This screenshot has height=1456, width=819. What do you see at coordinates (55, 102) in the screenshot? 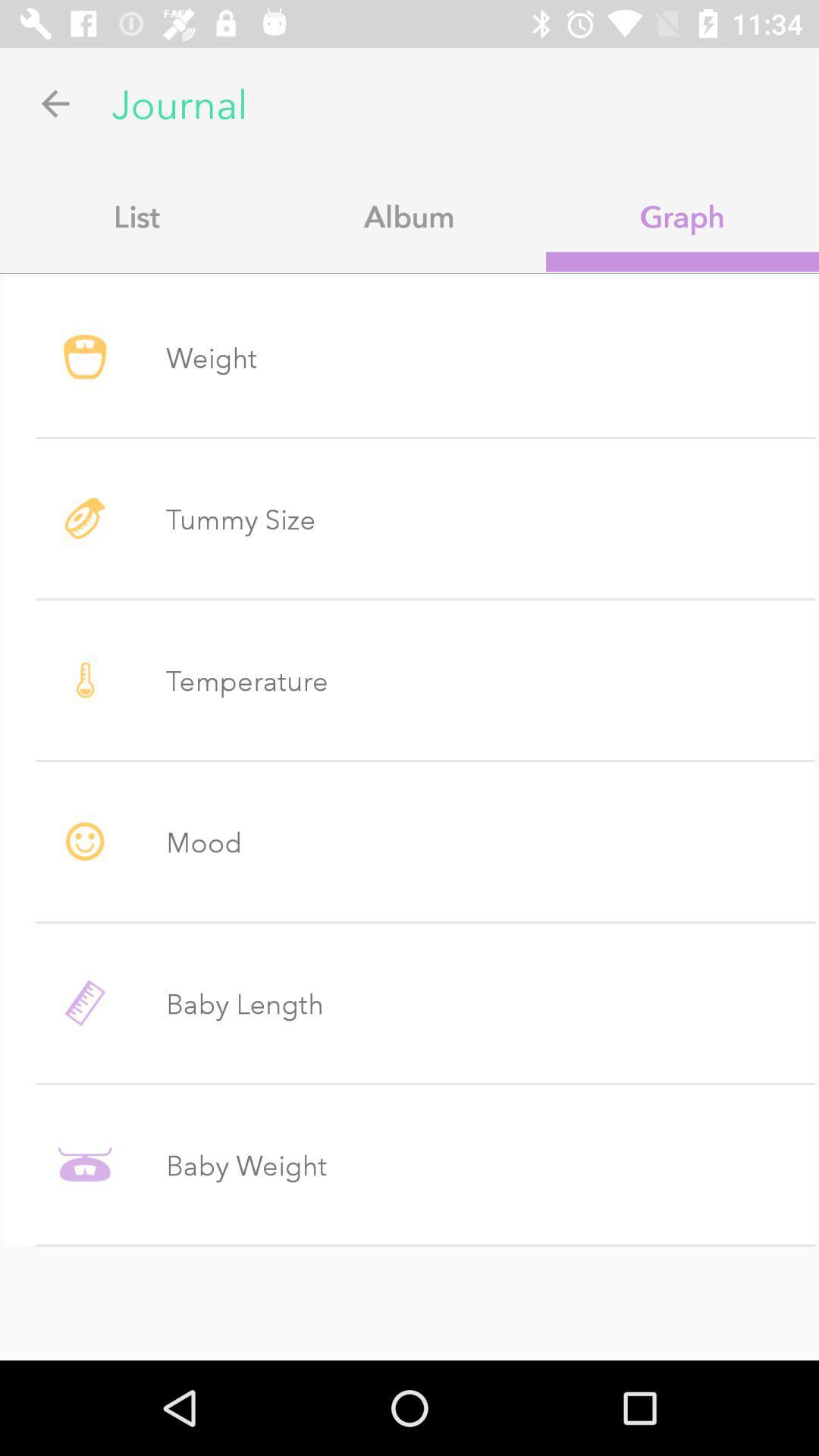
I see `go back` at bounding box center [55, 102].